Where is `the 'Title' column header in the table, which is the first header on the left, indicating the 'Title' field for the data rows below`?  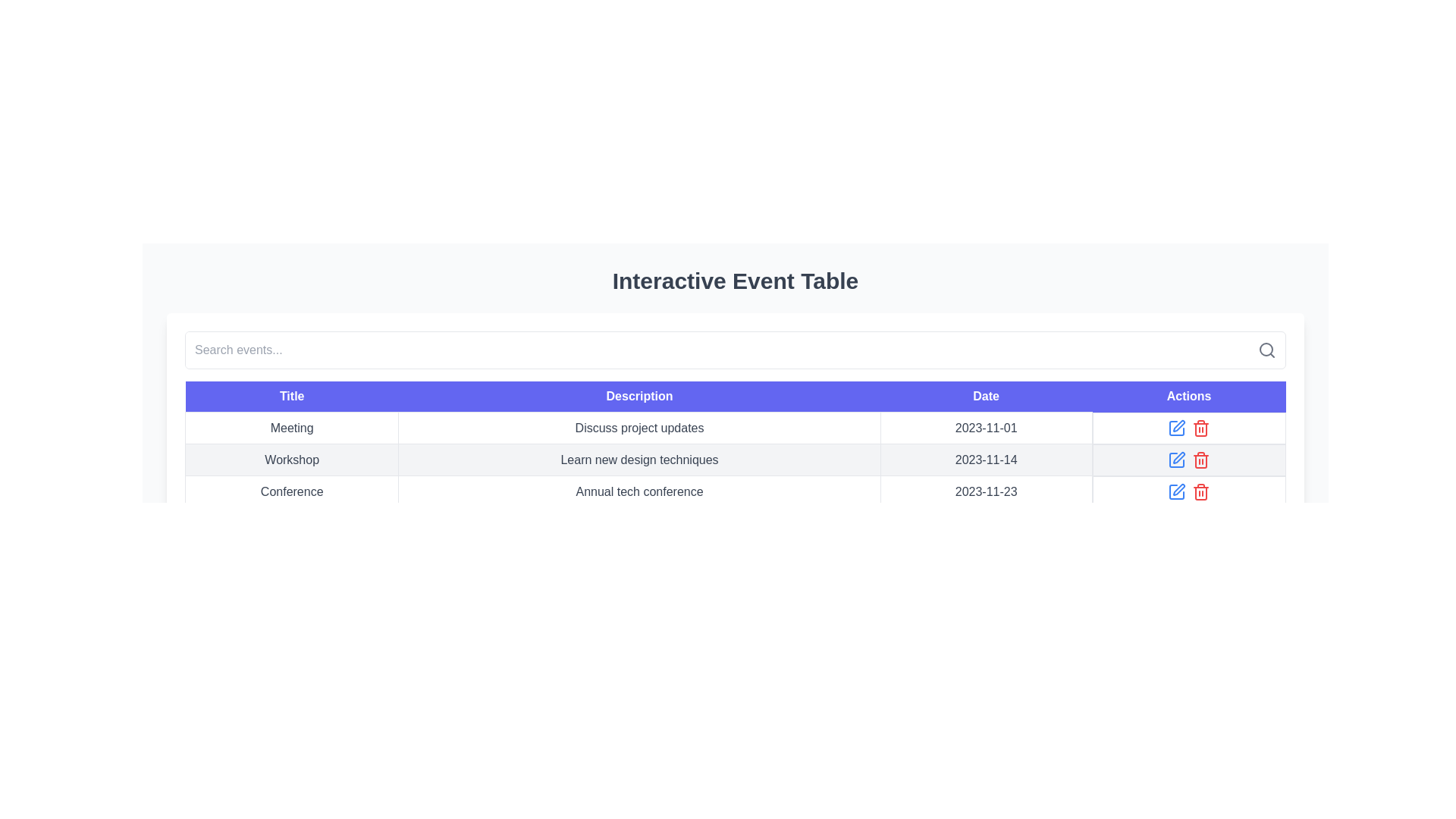
the 'Title' column header in the table, which is the first header on the left, indicating the 'Title' field for the data rows below is located at coordinates (292, 396).